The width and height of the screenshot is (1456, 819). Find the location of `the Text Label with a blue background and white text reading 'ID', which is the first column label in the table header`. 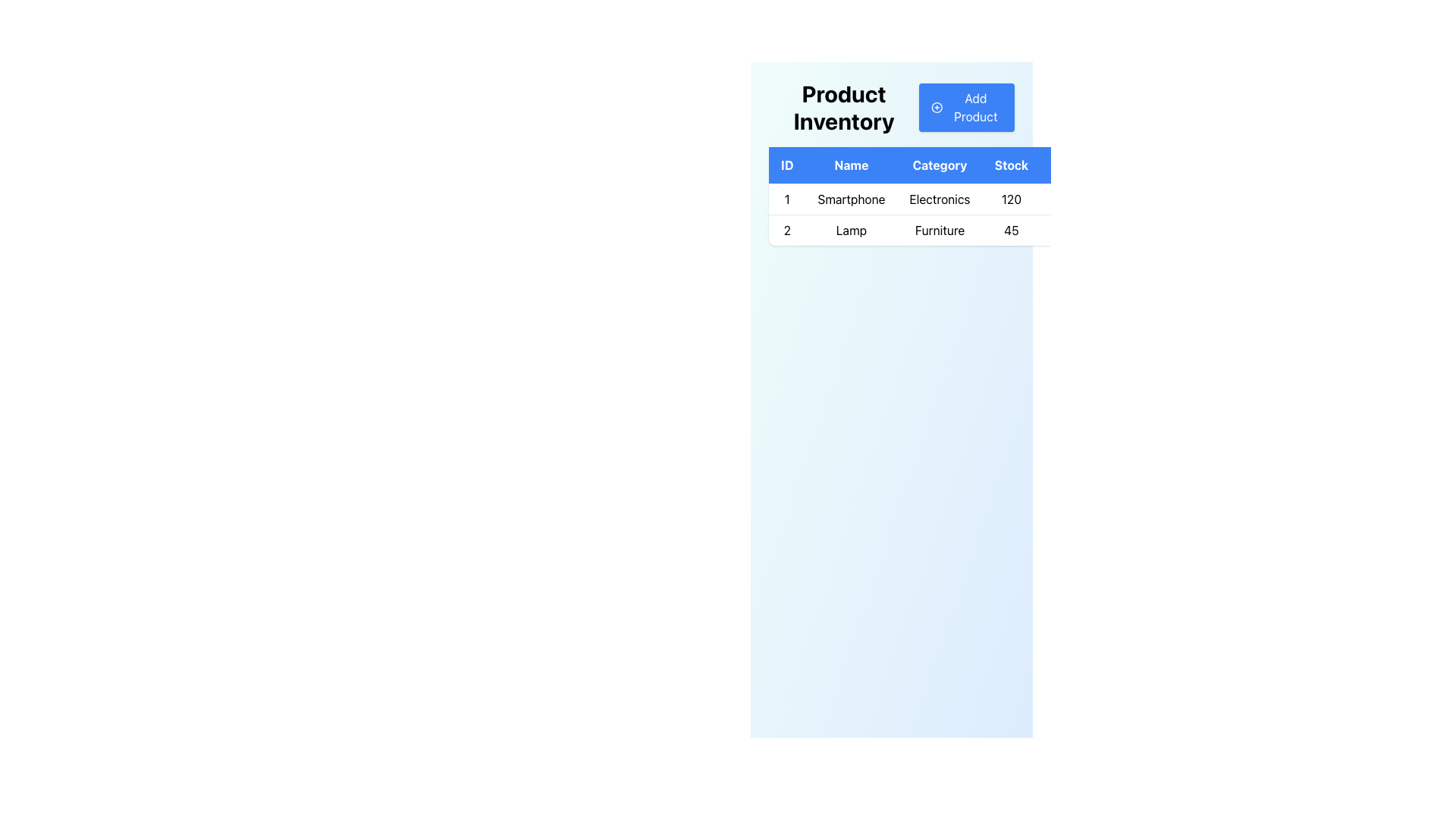

the Text Label with a blue background and white text reading 'ID', which is the first column label in the table header is located at coordinates (787, 165).